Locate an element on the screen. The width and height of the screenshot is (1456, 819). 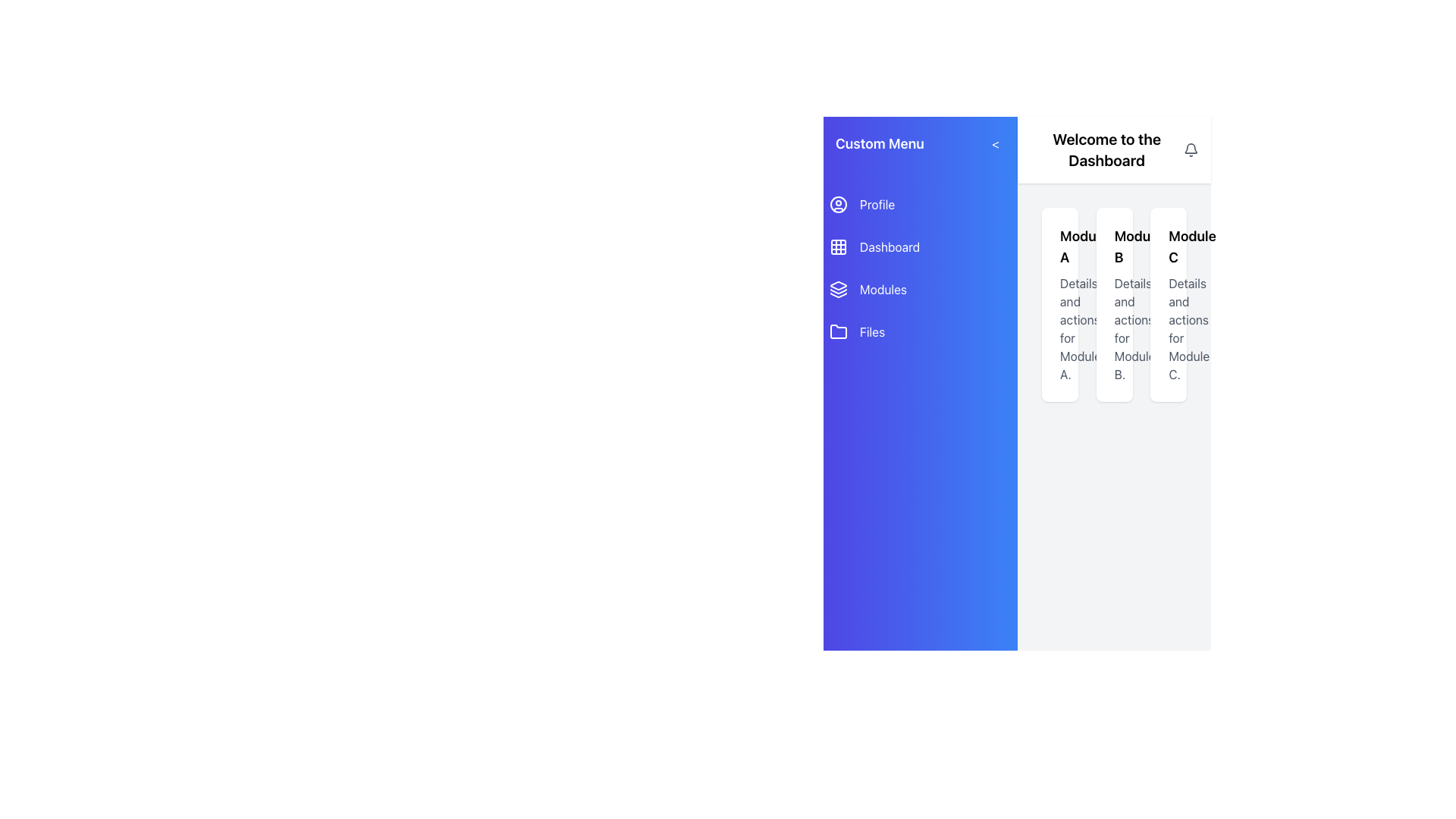
the 'Files' icon in the 'Custom Menu' navigation, which is the fourth item in the vertical list following 'Profile', 'Dashboard', and 'Modules' is located at coordinates (837, 331).